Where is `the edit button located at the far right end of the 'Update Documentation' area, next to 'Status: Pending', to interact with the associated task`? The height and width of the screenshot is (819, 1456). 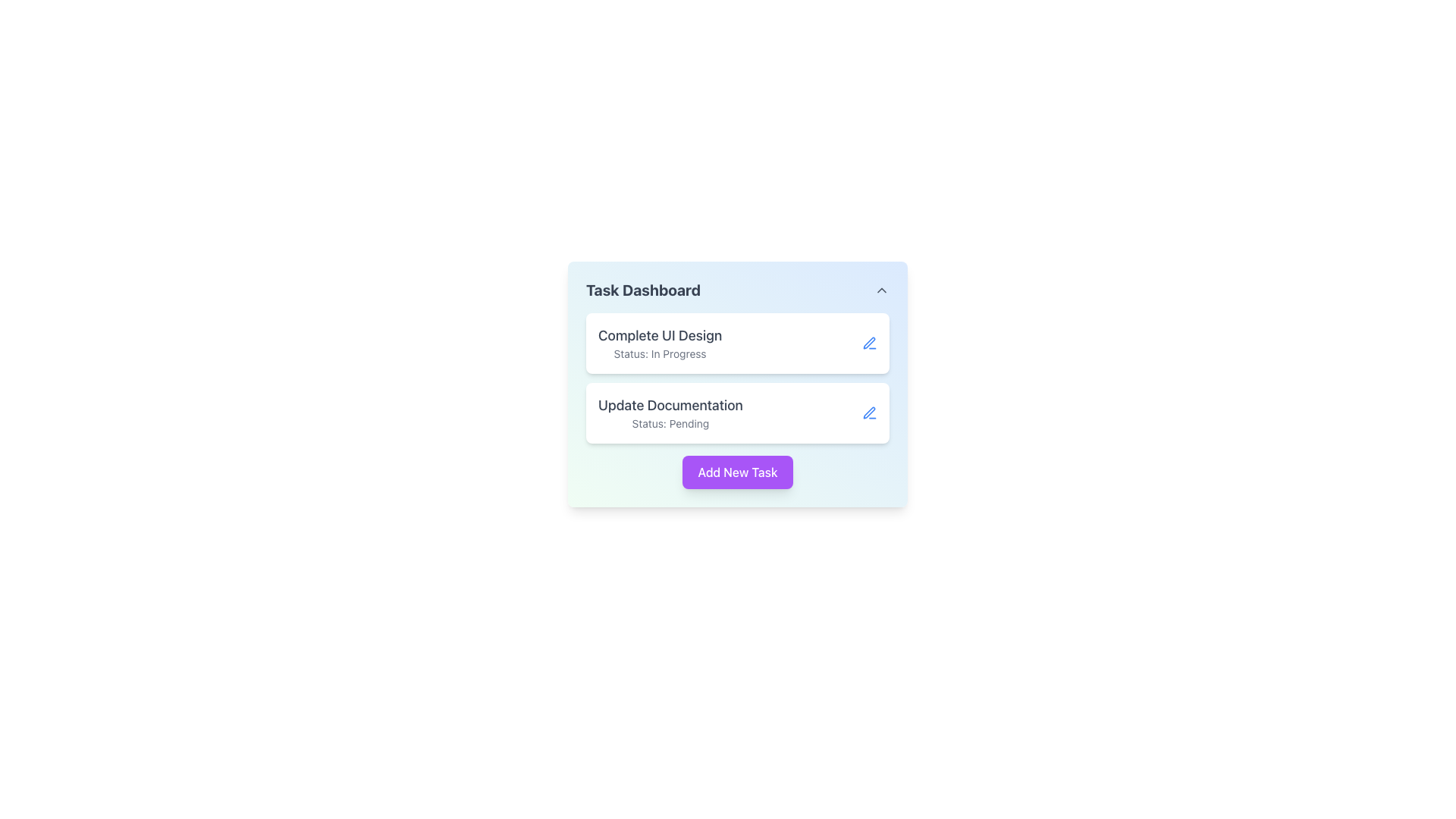
the edit button located at the far right end of the 'Update Documentation' area, next to 'Status: Pending', to interact with the associated task is located at coordinates (870, 413).